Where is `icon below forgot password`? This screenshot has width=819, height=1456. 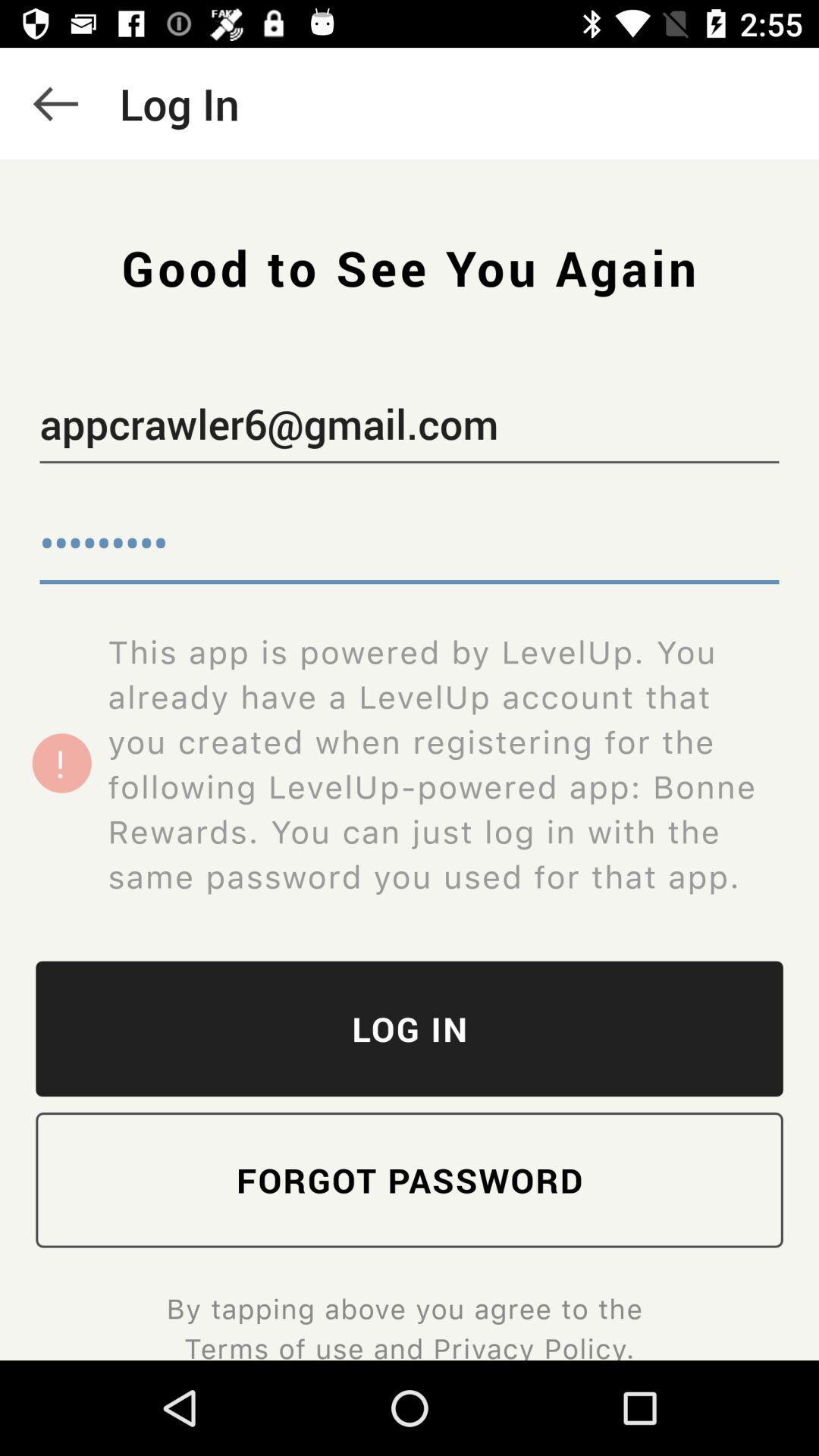
icon below forgot password is located at coordinates (408, 1324).